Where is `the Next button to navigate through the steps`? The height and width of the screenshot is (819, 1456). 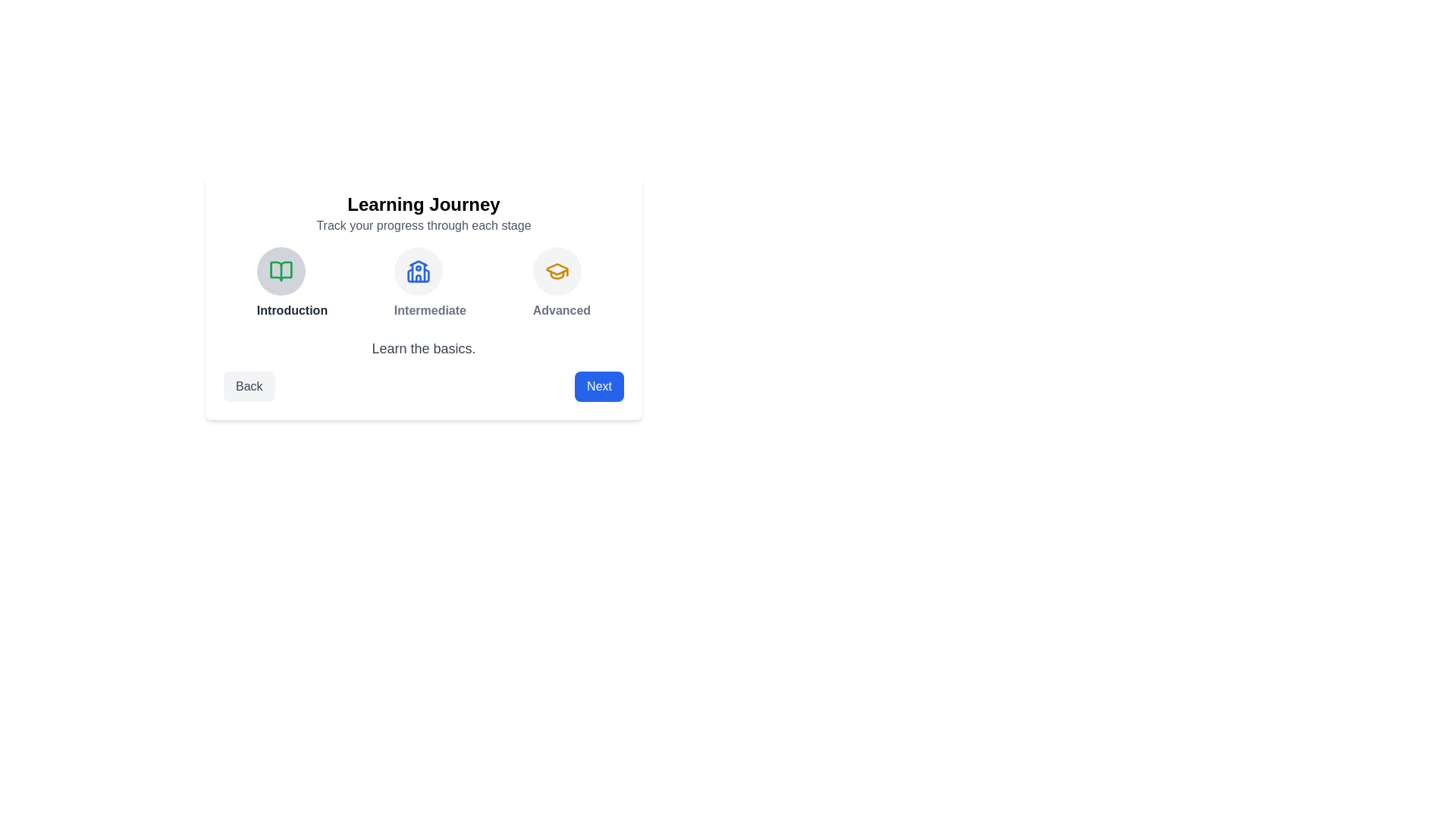
the Next button to navigate through the steps is located at coordinates (598, 385).